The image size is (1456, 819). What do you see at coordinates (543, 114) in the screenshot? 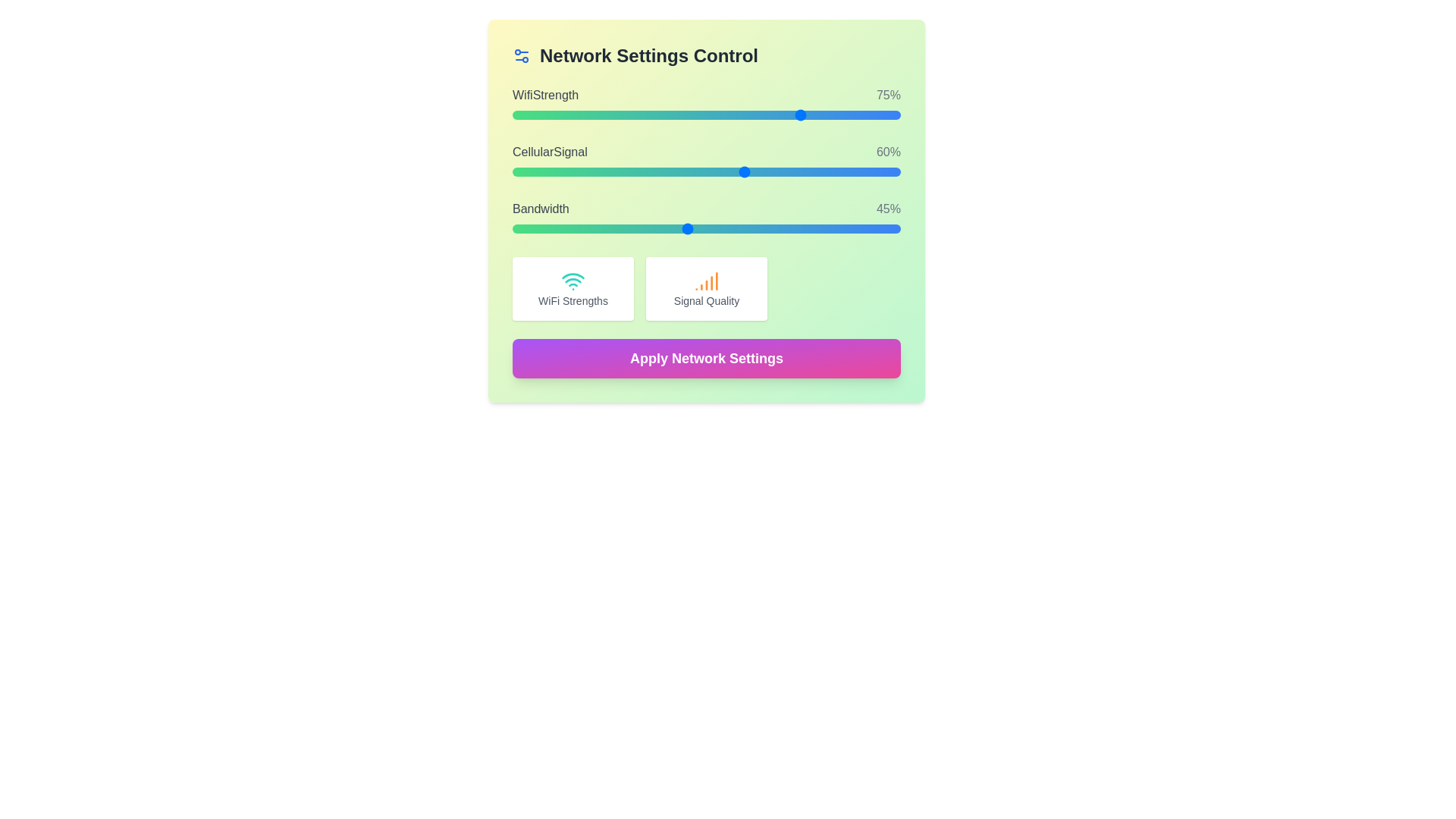
I see `the WiFi strength` at bounding box center [543, 114].